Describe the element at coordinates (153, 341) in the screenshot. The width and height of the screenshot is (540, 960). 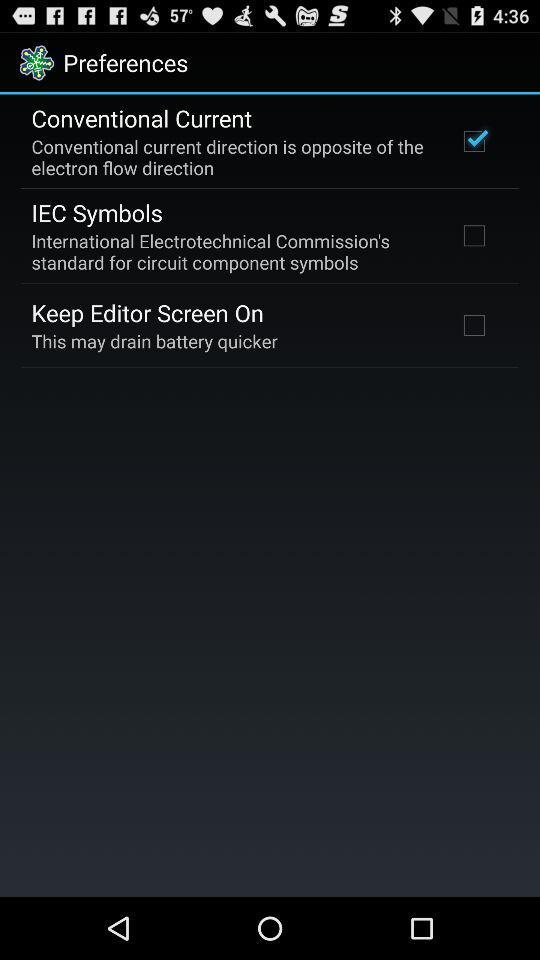
I see `the this may drain` at that location.